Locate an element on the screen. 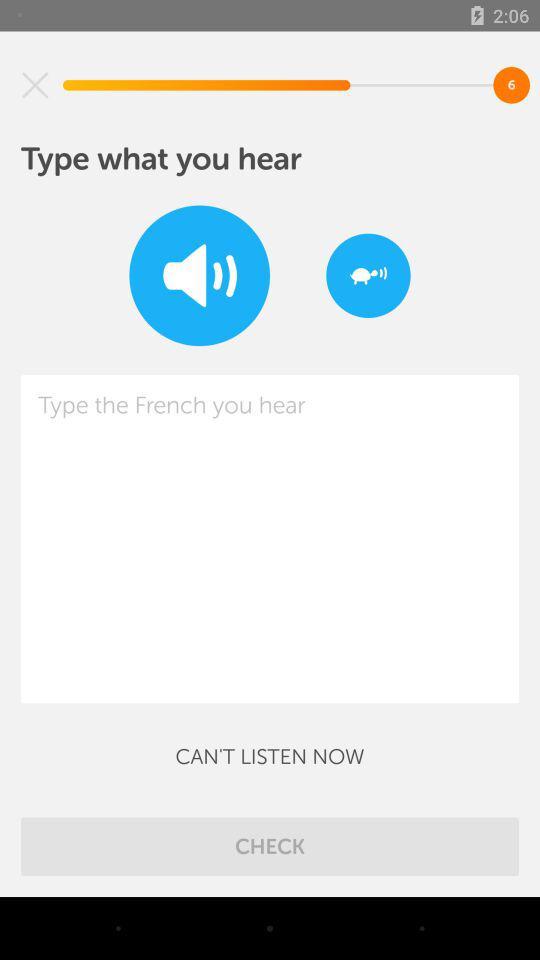  item at the top left corner is located at coordinates (35, 85).